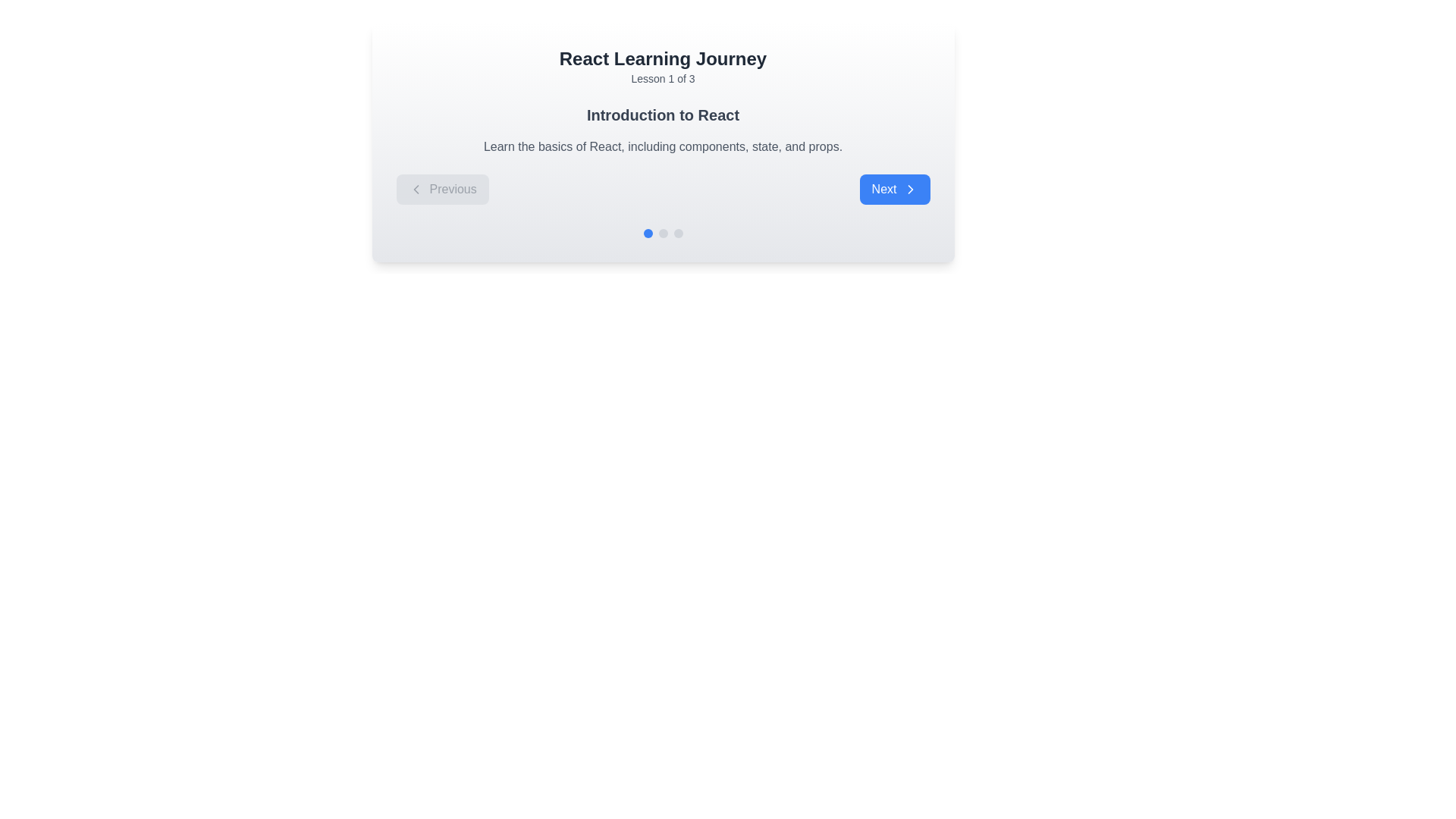  What do you see at coordinates (663, 146) in the screenshot?
I see `the informational text element that describes the core concepts of 'Introduction to React', positioned below the title text` at bounding box center [663, 146].